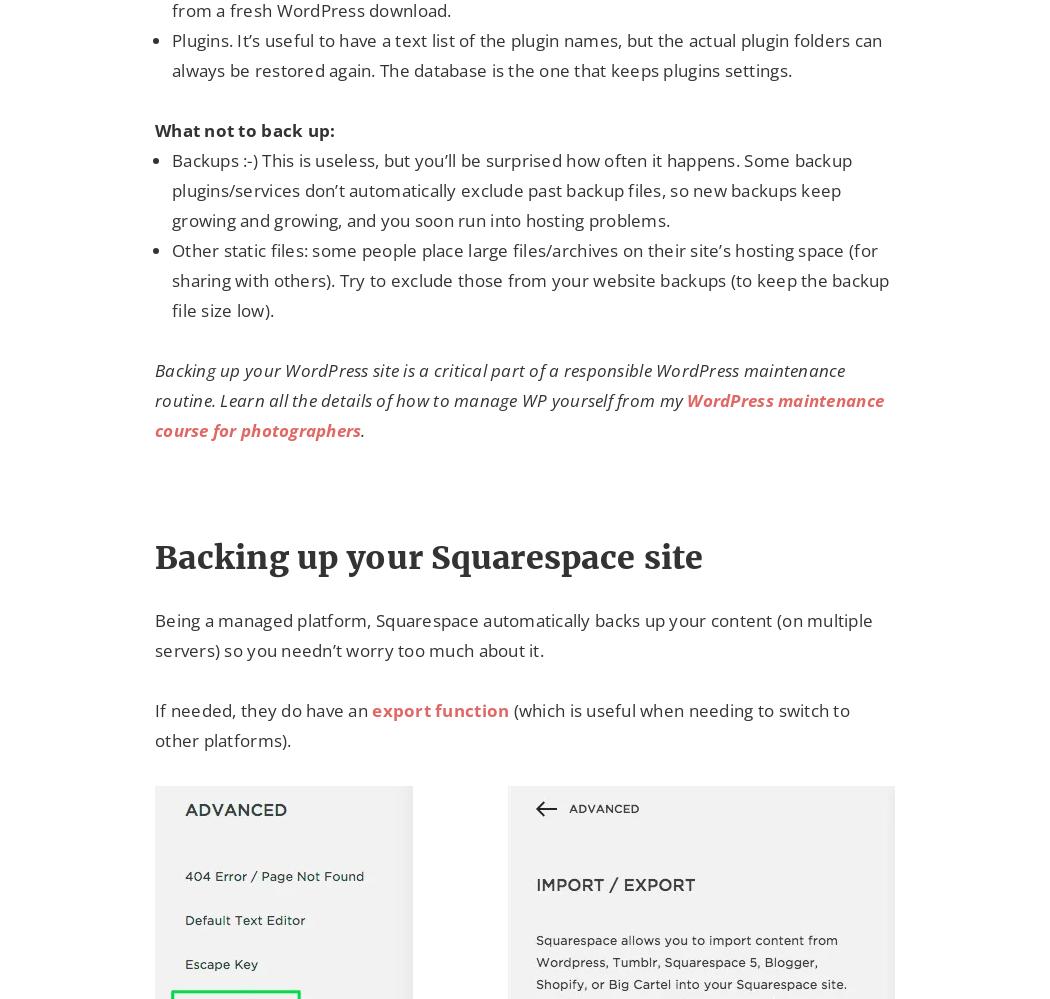 The image size is (1050, 999). Describe the element at coordinates (171, 54) in the screenshot. I see `'Plugins. It’s useful to have a text list of the plugin names, but the actual plugin folders can always be restored again. The database is the one that keeps plugins settings.'` at that location.